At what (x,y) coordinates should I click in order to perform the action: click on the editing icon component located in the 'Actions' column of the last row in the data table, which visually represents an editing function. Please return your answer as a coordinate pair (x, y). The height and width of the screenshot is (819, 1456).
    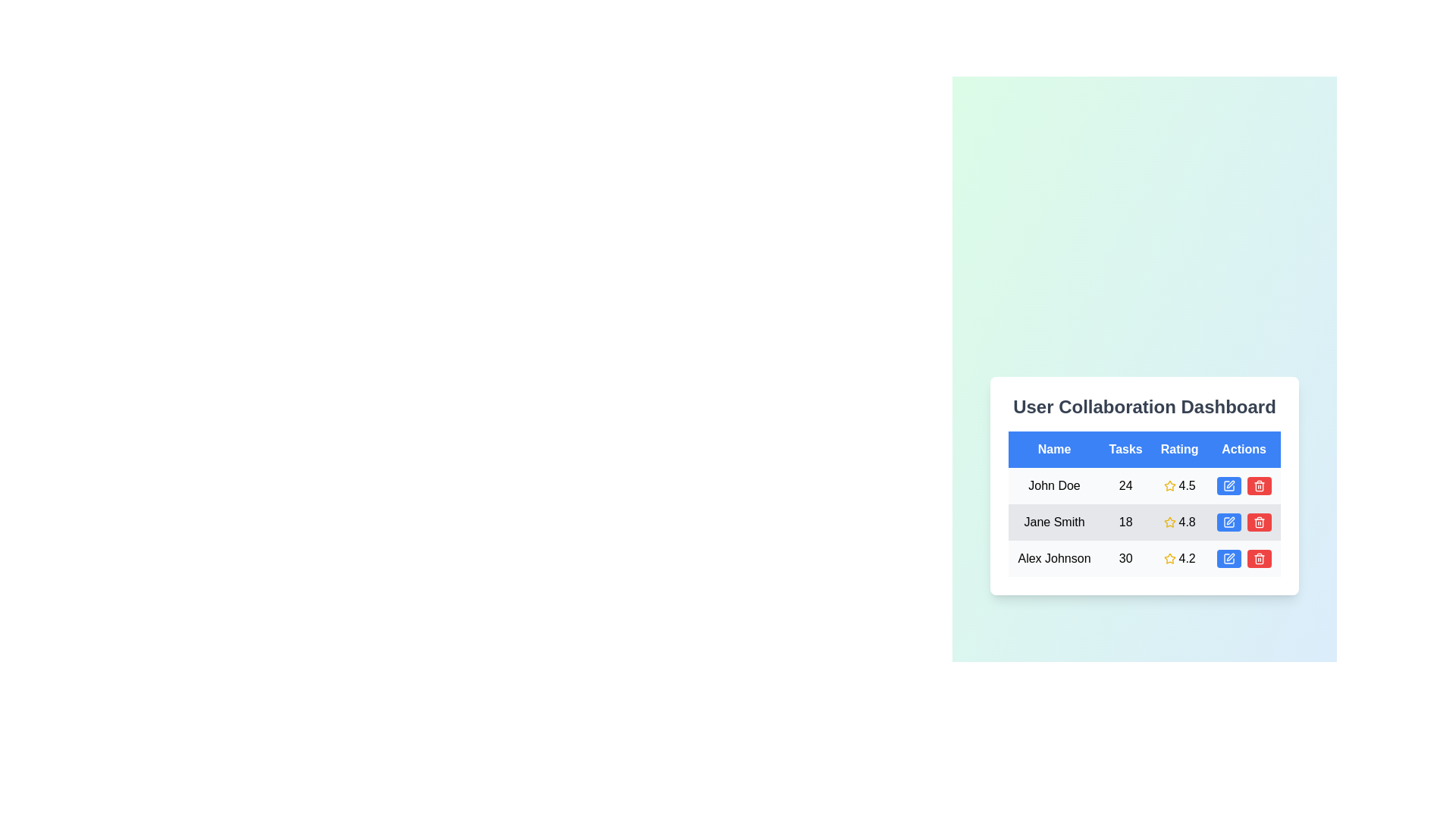
    Looking at the image, I should click on (1230, 557).